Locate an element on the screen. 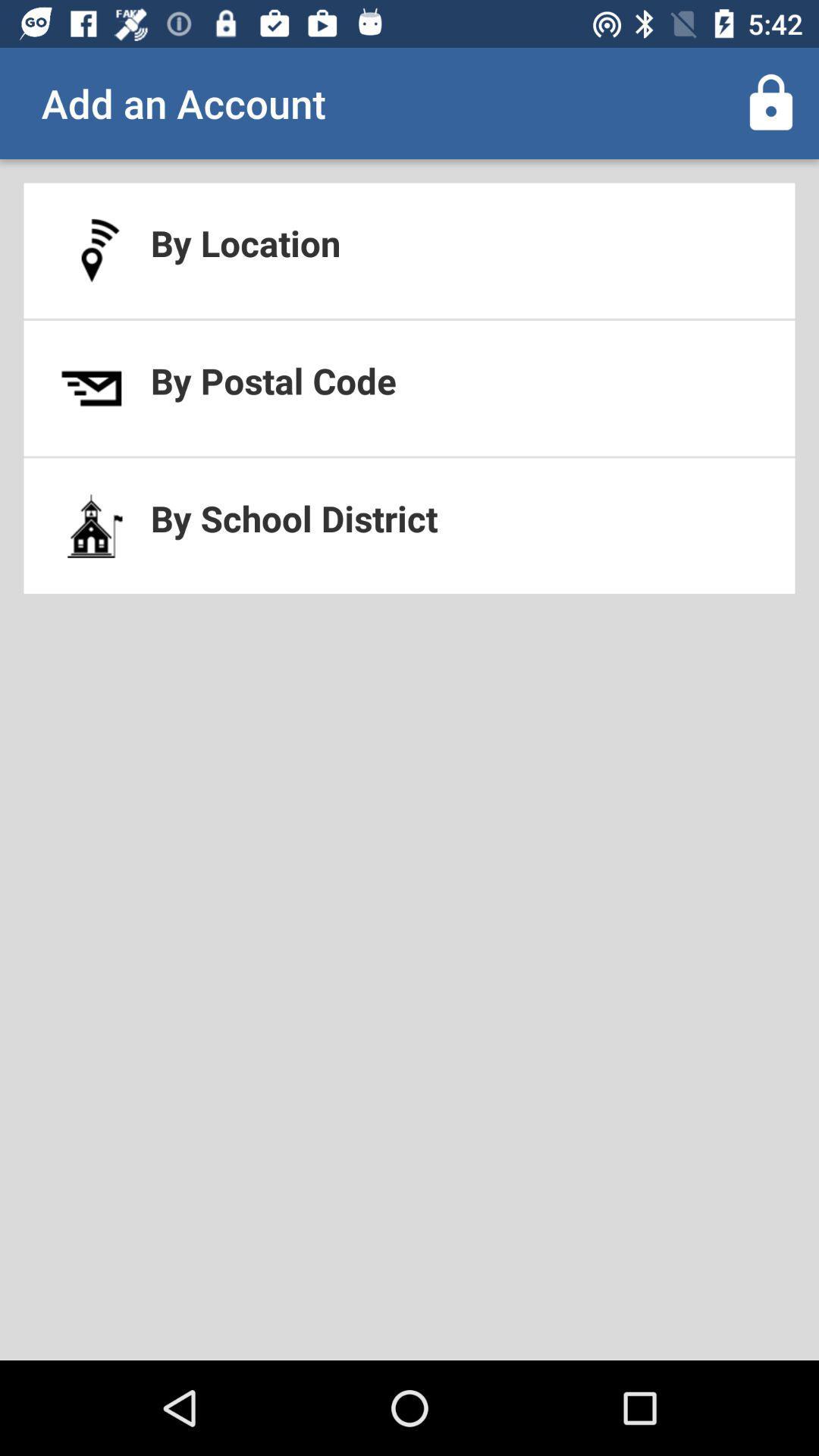 Image resolution: width=819 pixels, height=1456 pixels. app to the right of  add an account app is located at coordinates (771, 102).